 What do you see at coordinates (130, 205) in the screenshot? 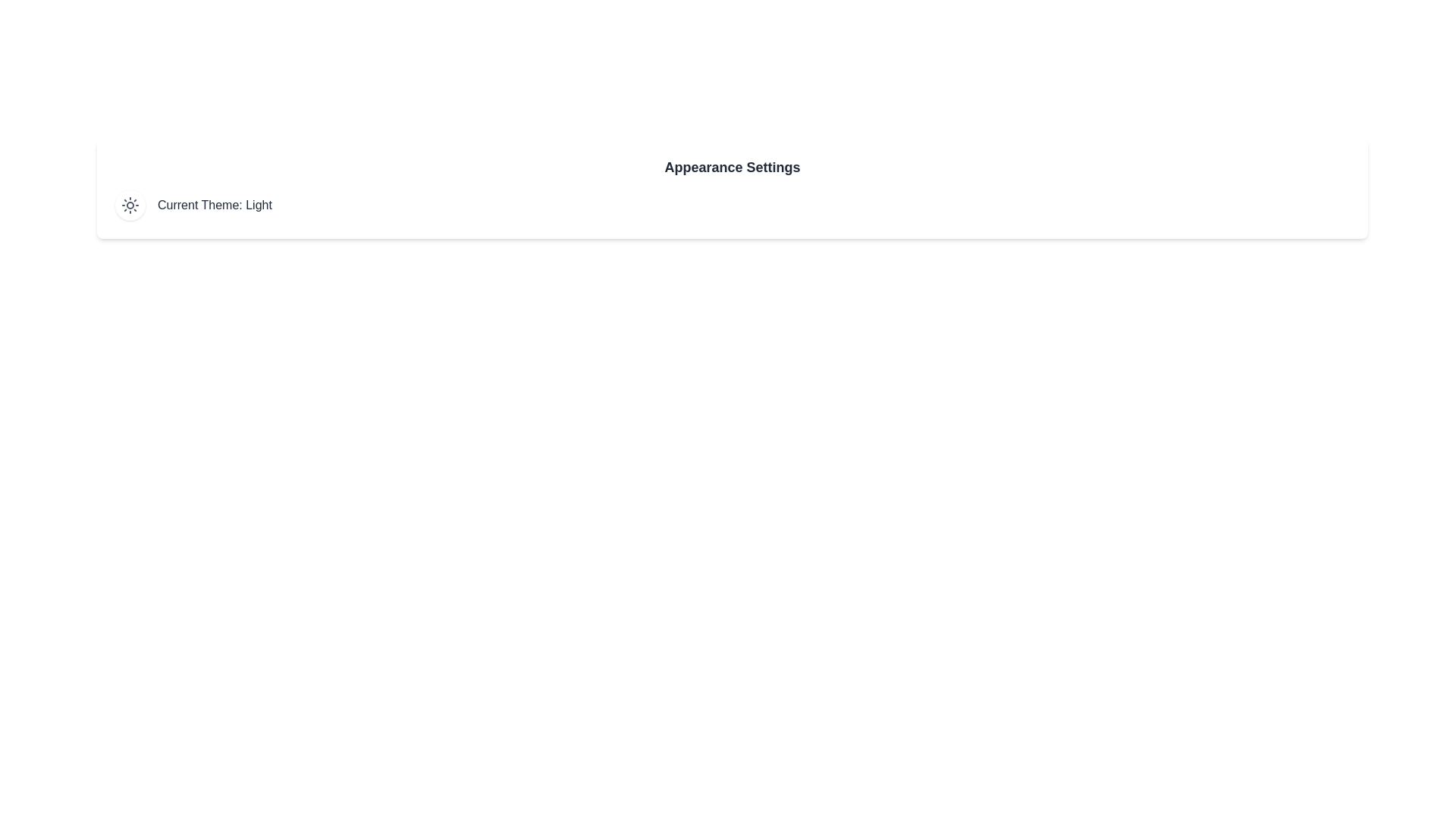
I see `the button to observe the hover effect` at bounding box center [130, 205].